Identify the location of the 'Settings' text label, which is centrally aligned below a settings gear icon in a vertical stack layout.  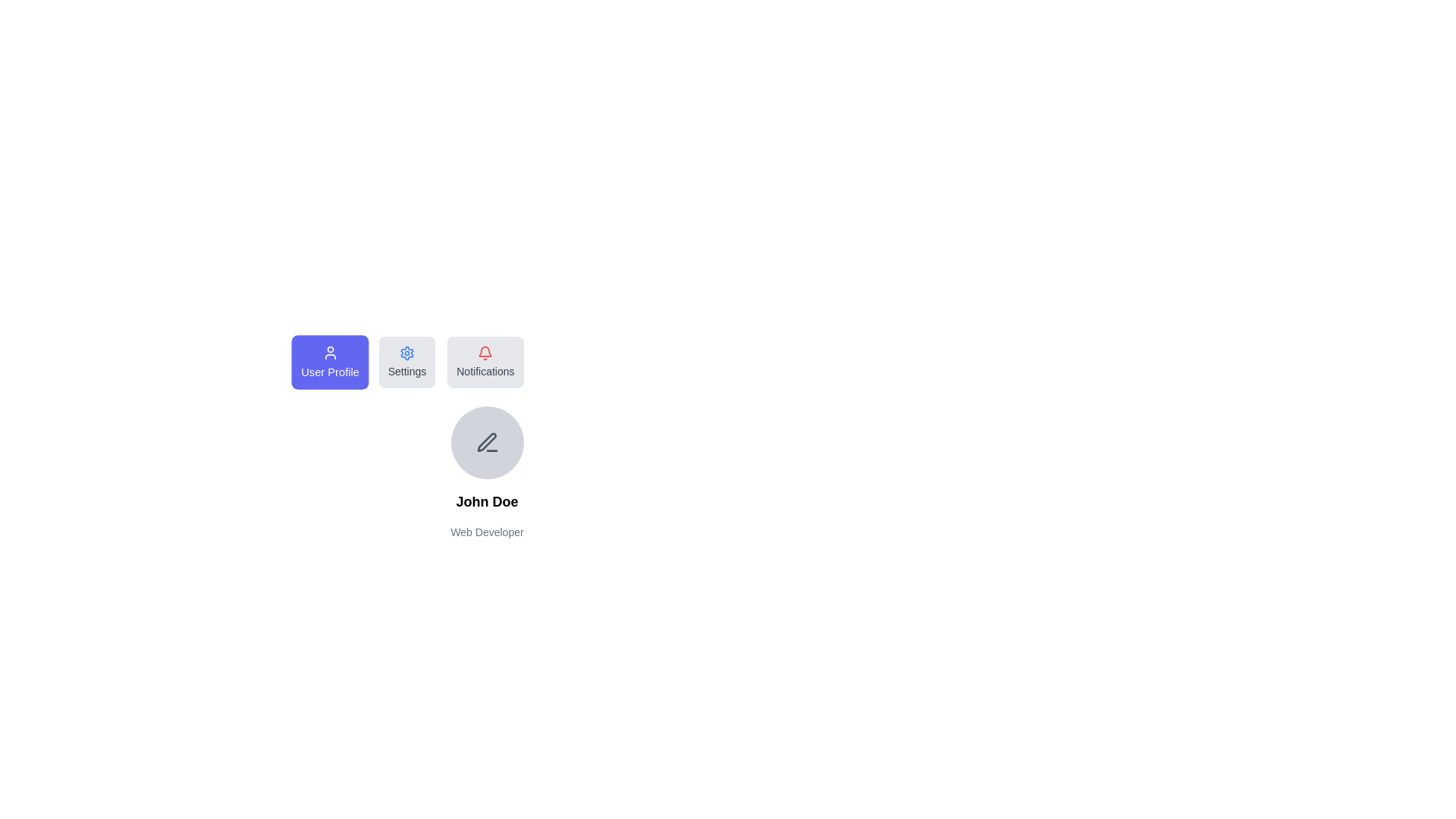
(407, 371).